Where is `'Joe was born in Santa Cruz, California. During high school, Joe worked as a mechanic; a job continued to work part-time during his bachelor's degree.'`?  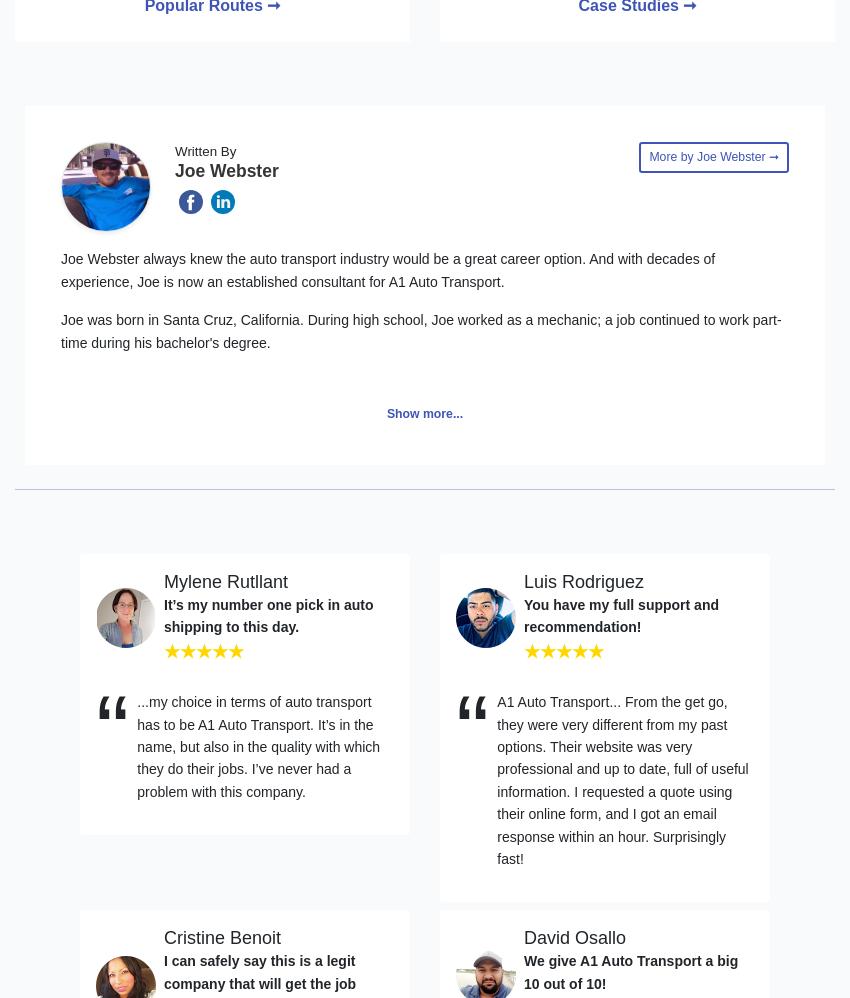 'Joe was born in Santa Cruz, California. During high school, Joe worked as a mechanic; a job continued to work part-time during his bachelor's degree.' is located at coordinates (421, 331).